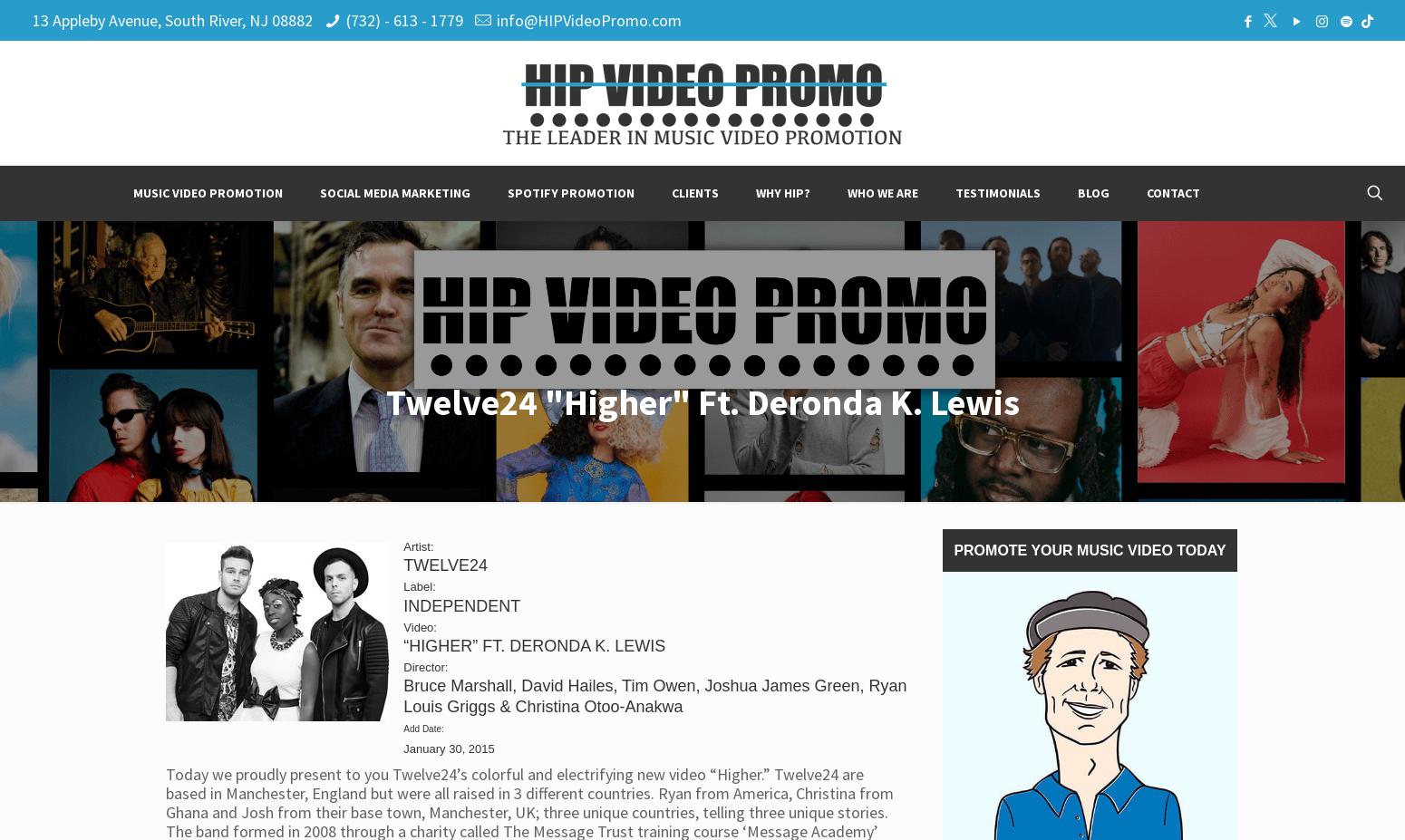  What do you see at coordinates (534, 644) in the screenshot?
I see `'“HIGHER” FT. DERONDA K. LEWIS'` at bounding box center [534, 644].